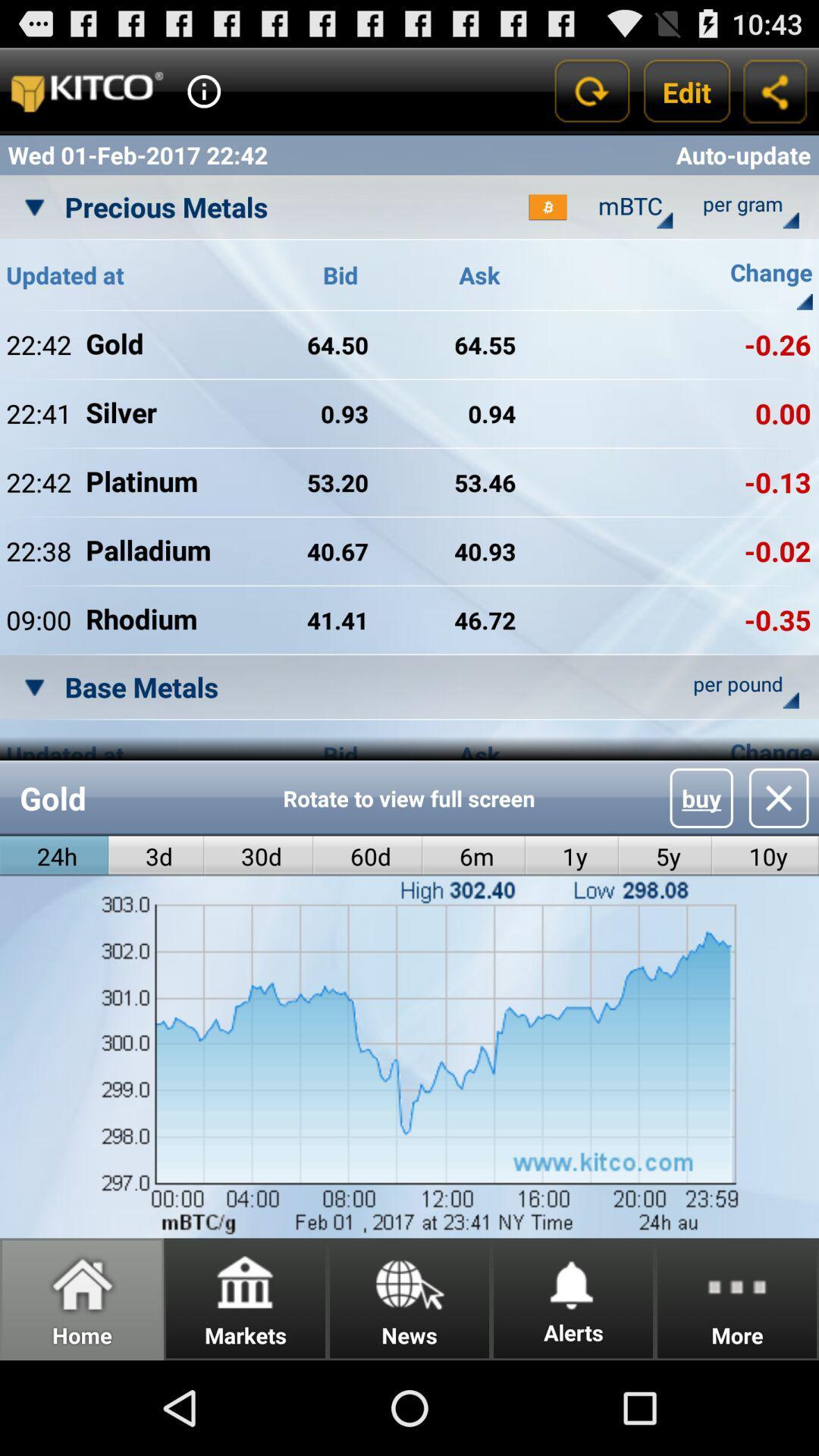 Image resolution: width=819 pixels, height=1456 pixels. Describe the element at coordinates (687, 90) in the screenshot. I see `app above auto-update app` at that location.